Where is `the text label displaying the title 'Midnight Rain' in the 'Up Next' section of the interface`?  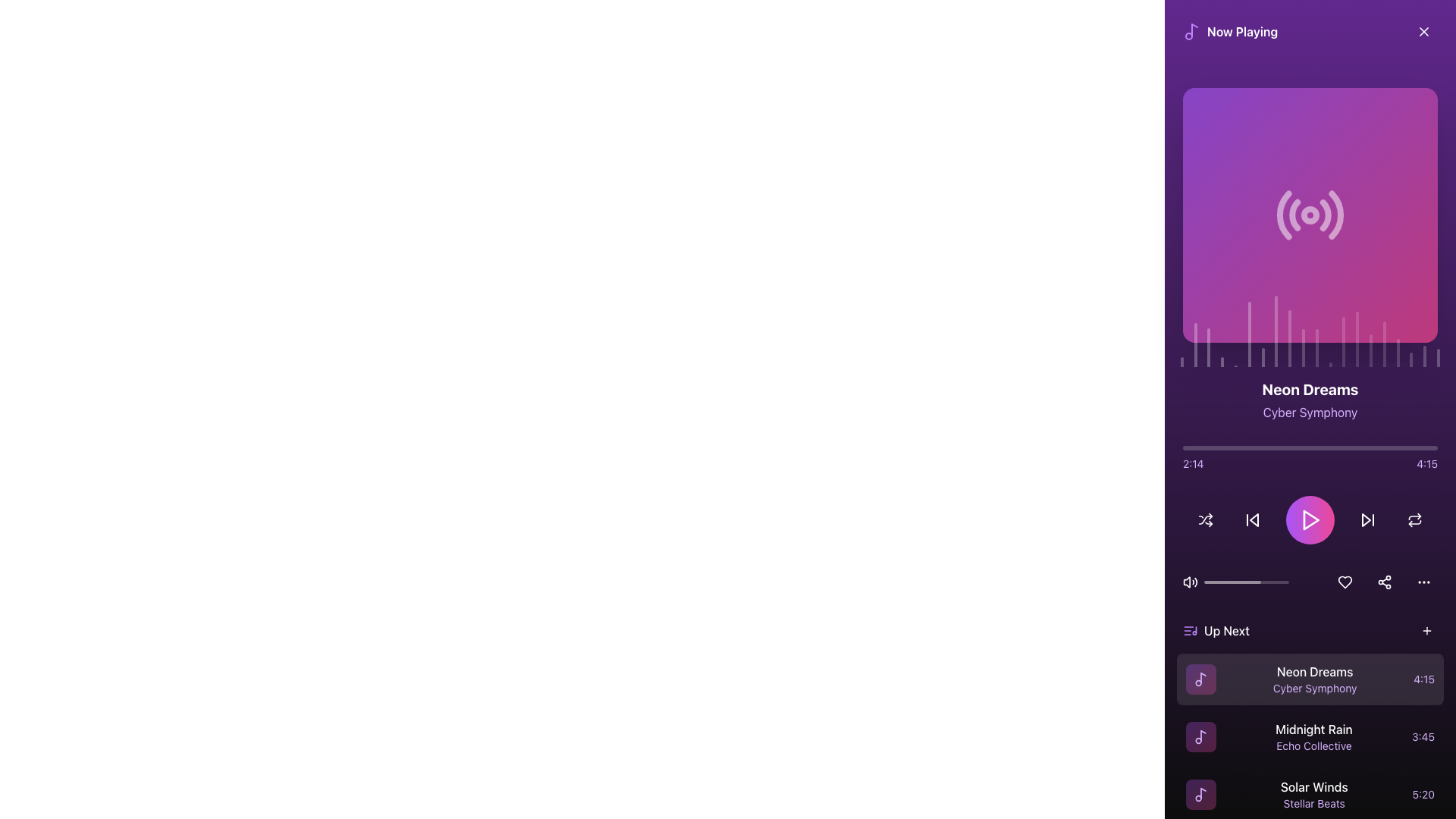
the text label displaying the title 'Midnight Rain' in the 'Up Next' section of the interface is located at coordinates (1313, 728).